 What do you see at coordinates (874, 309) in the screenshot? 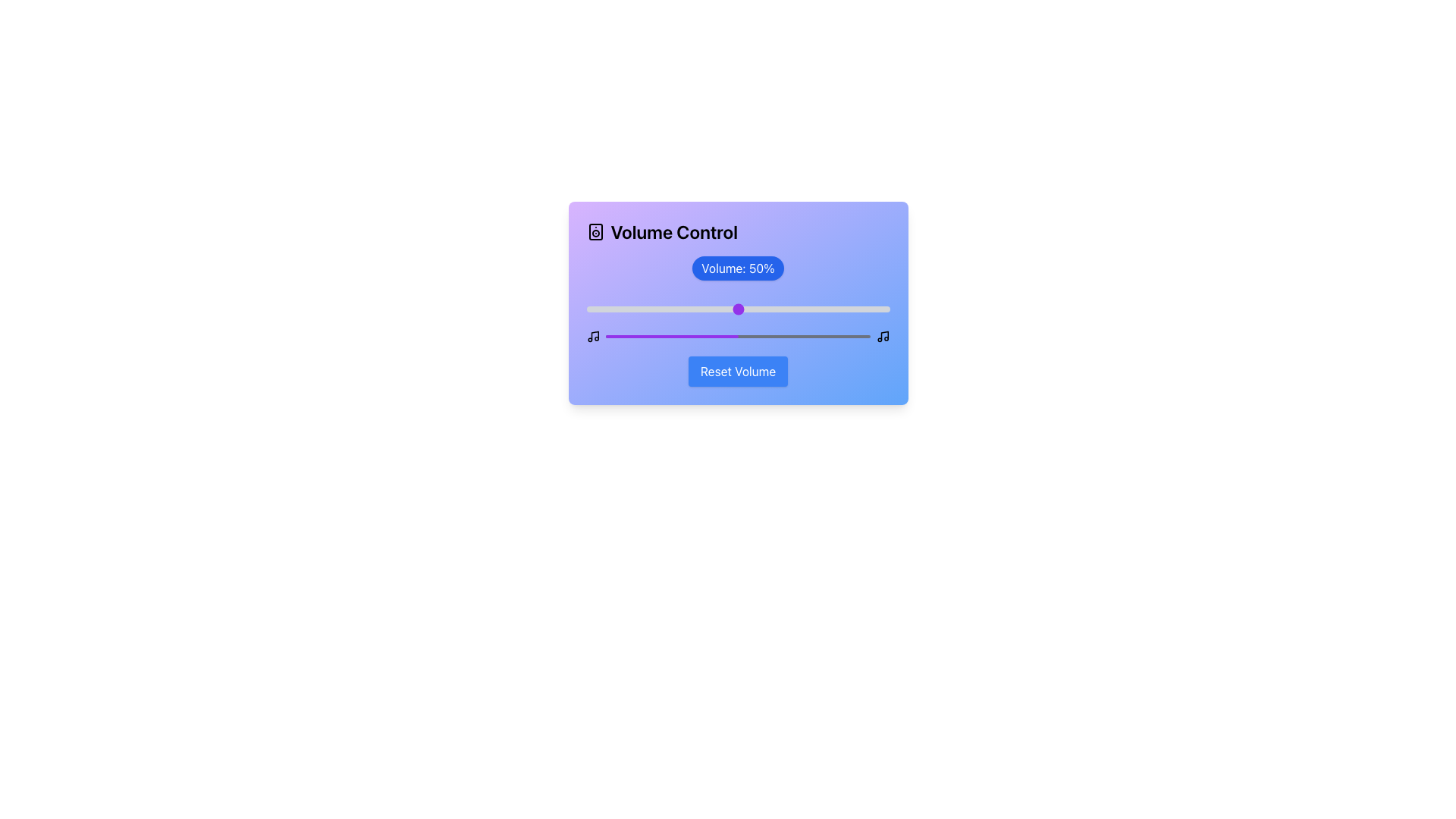
I see `the volume slider` at bounding box center [874, 309].